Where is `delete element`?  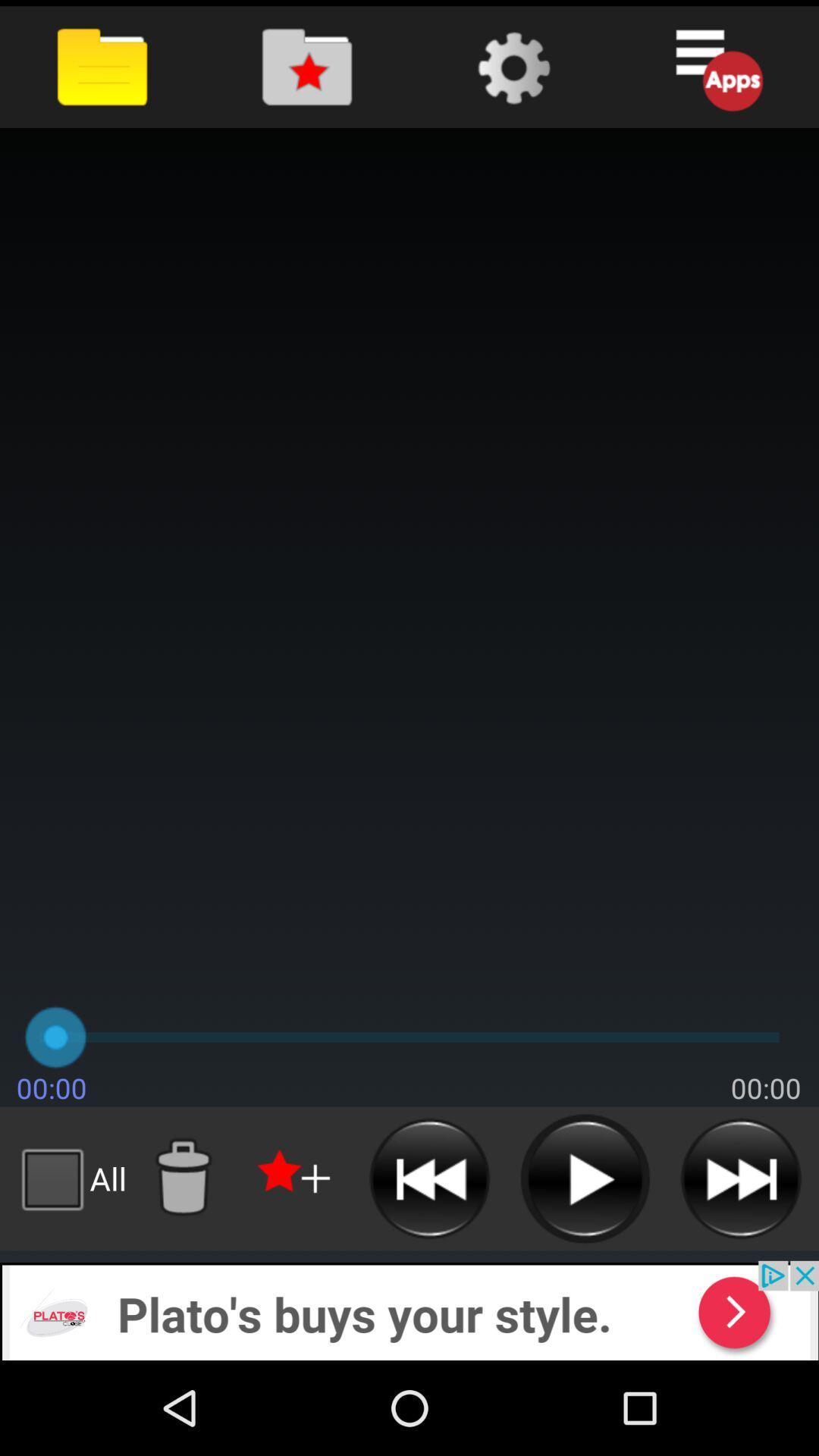 delete element is located at coordinates (182, 1178).